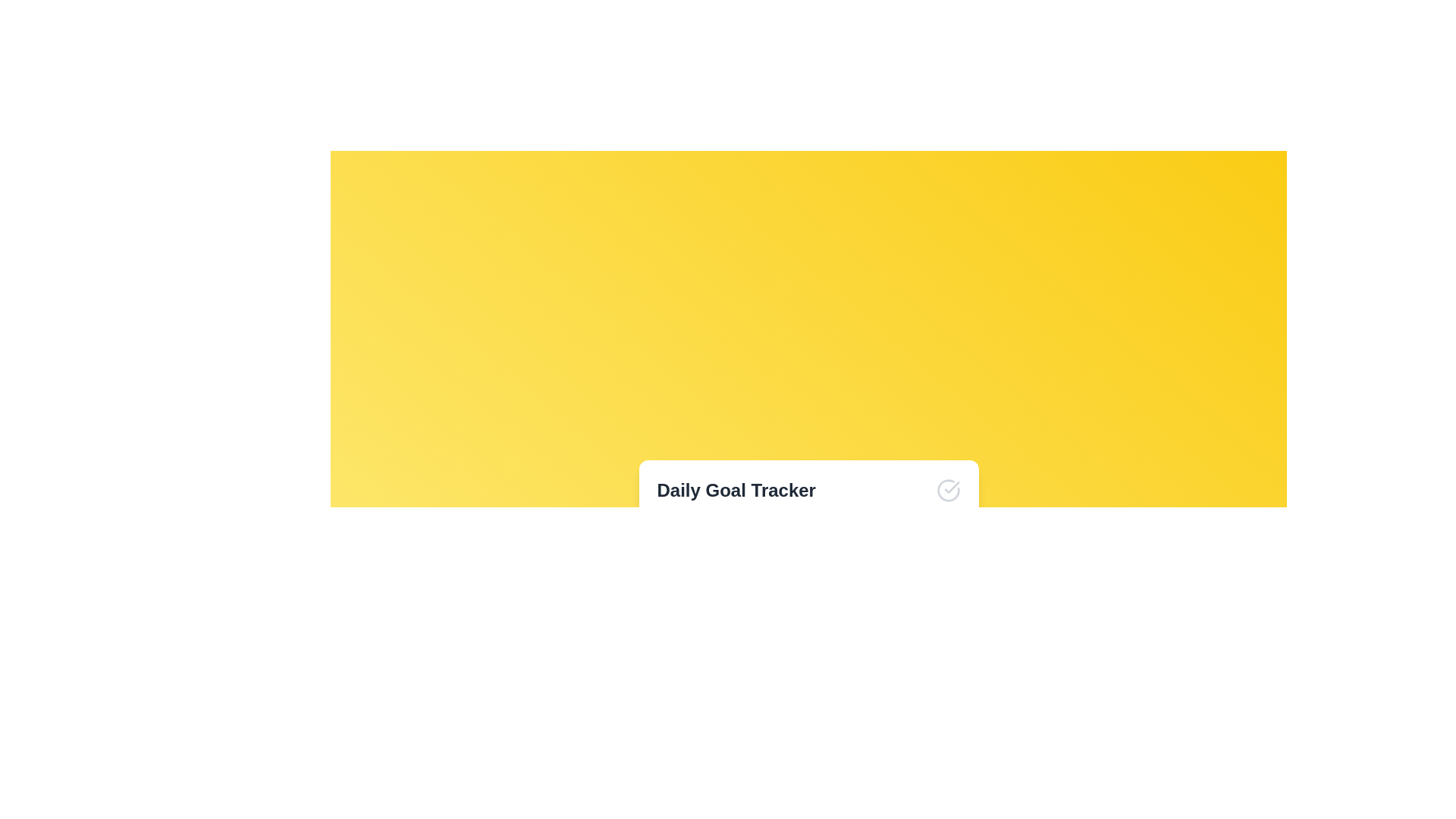 Image resolution: width=1456 pixels, height=819 pixels. I want to click on the checkmark symbol within the SVG graphic element that indicates completion, located on the right side of the card containing the 'Daily Goal Tracker' text, so click(951, 488).